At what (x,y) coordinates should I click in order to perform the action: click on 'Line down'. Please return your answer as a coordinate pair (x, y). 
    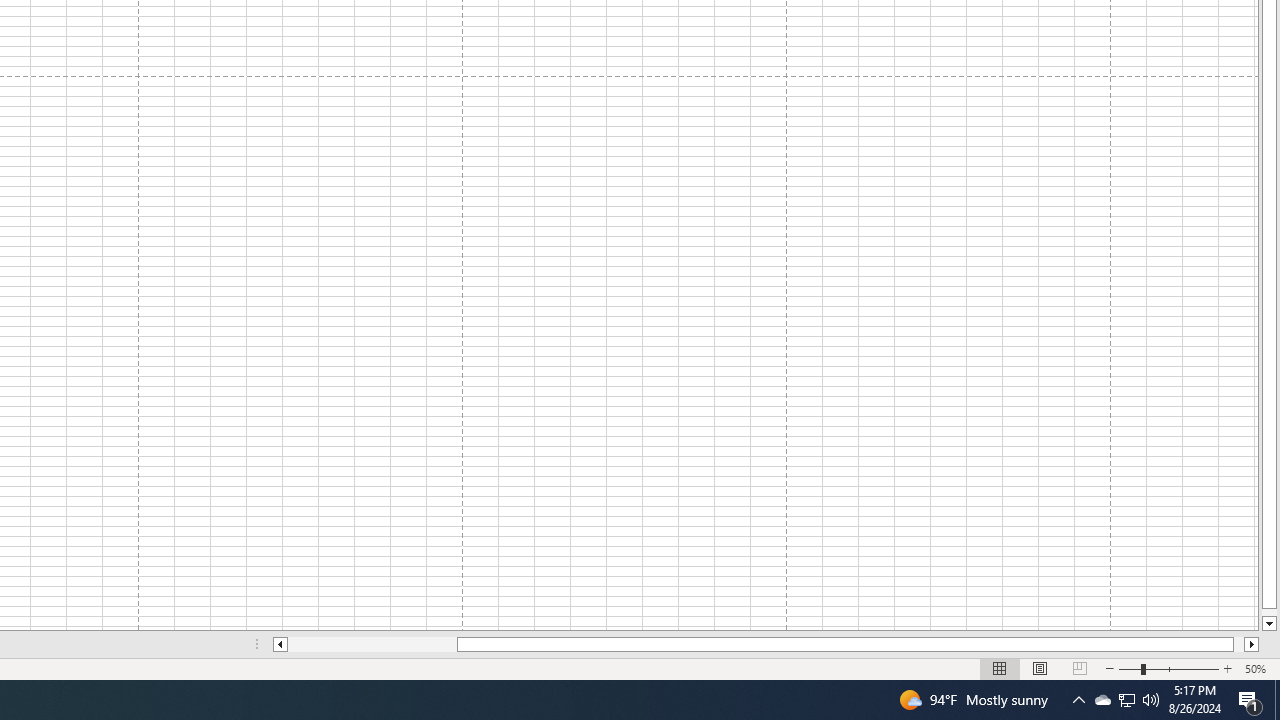
    Looking at the image, I should click on (1268, 623).